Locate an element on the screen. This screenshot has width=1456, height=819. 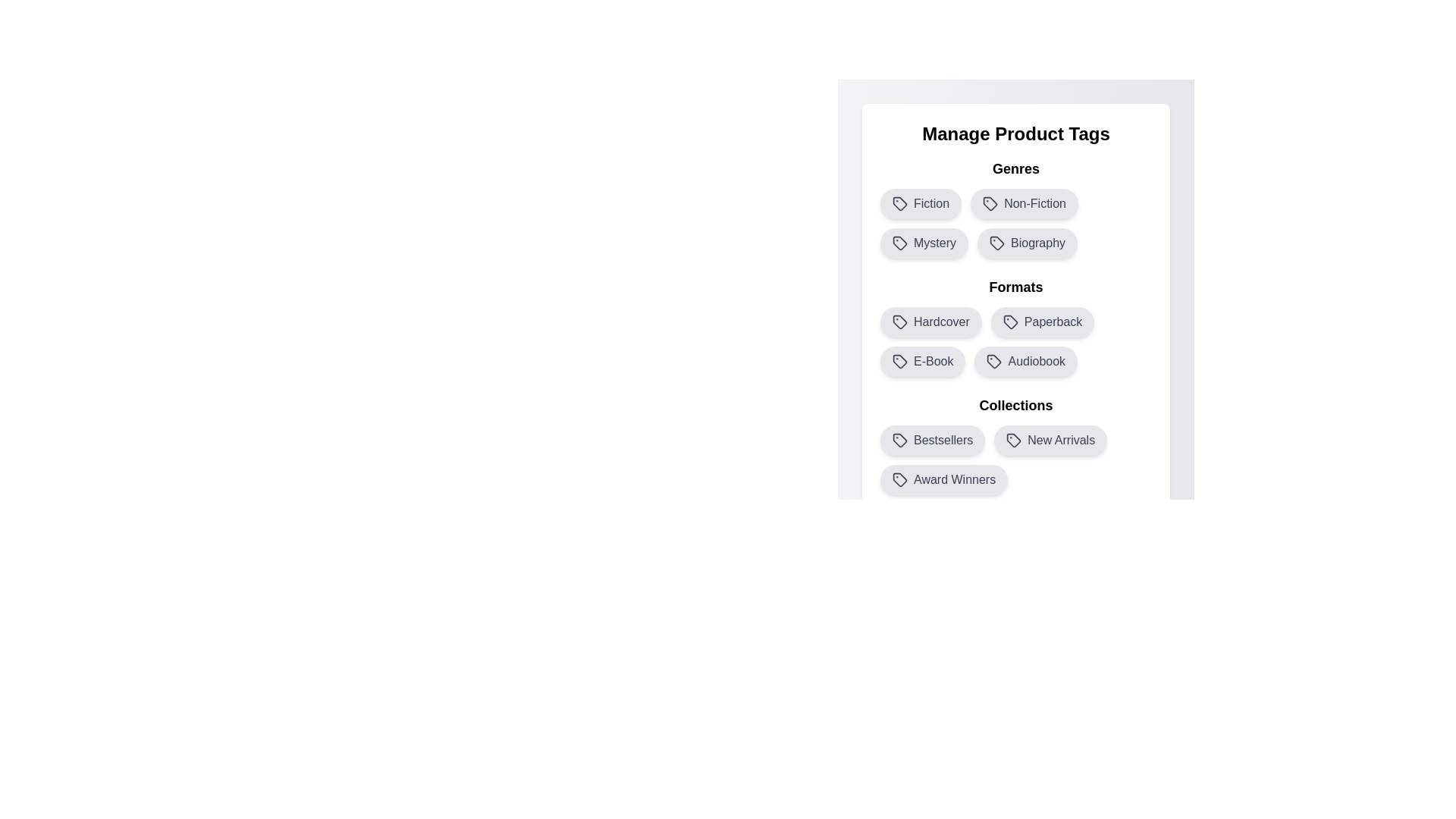
the tag icon representing 'Biography' in the 'Genres' section is located at coordinates (996, 242).